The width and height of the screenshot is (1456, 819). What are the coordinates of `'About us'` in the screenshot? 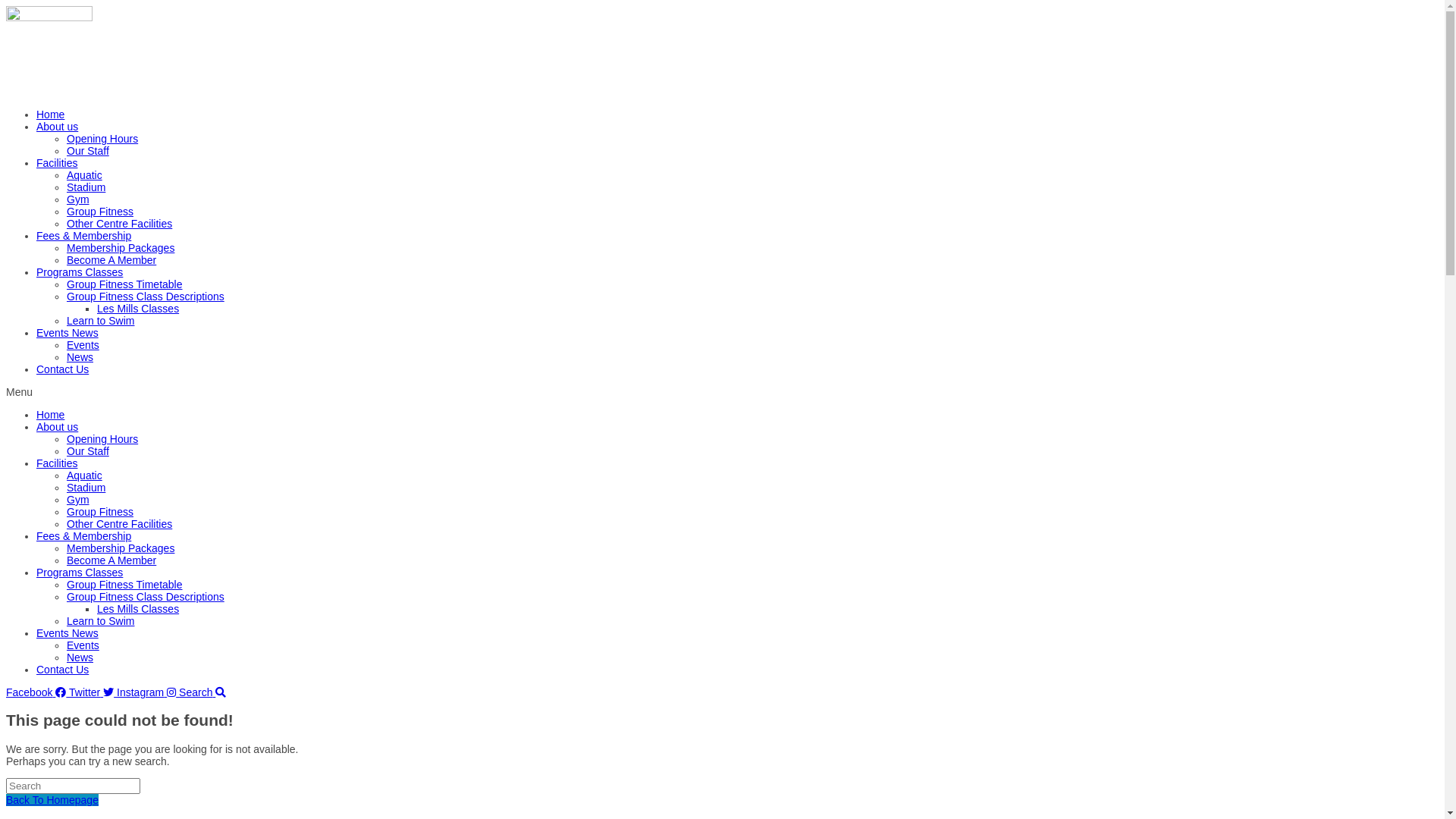 It's located at (57, 125).